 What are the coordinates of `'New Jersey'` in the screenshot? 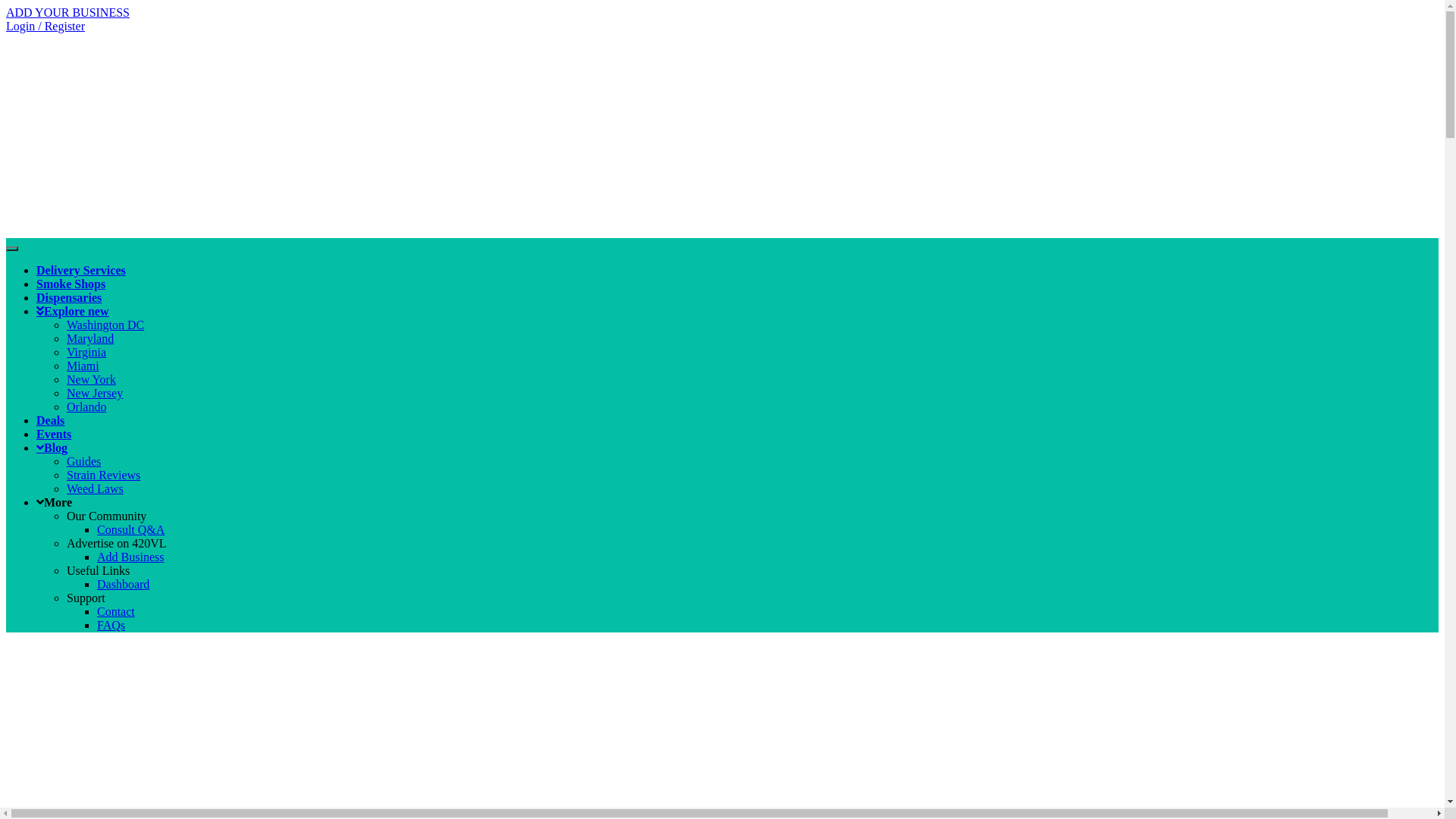 It's located at (93, 392).